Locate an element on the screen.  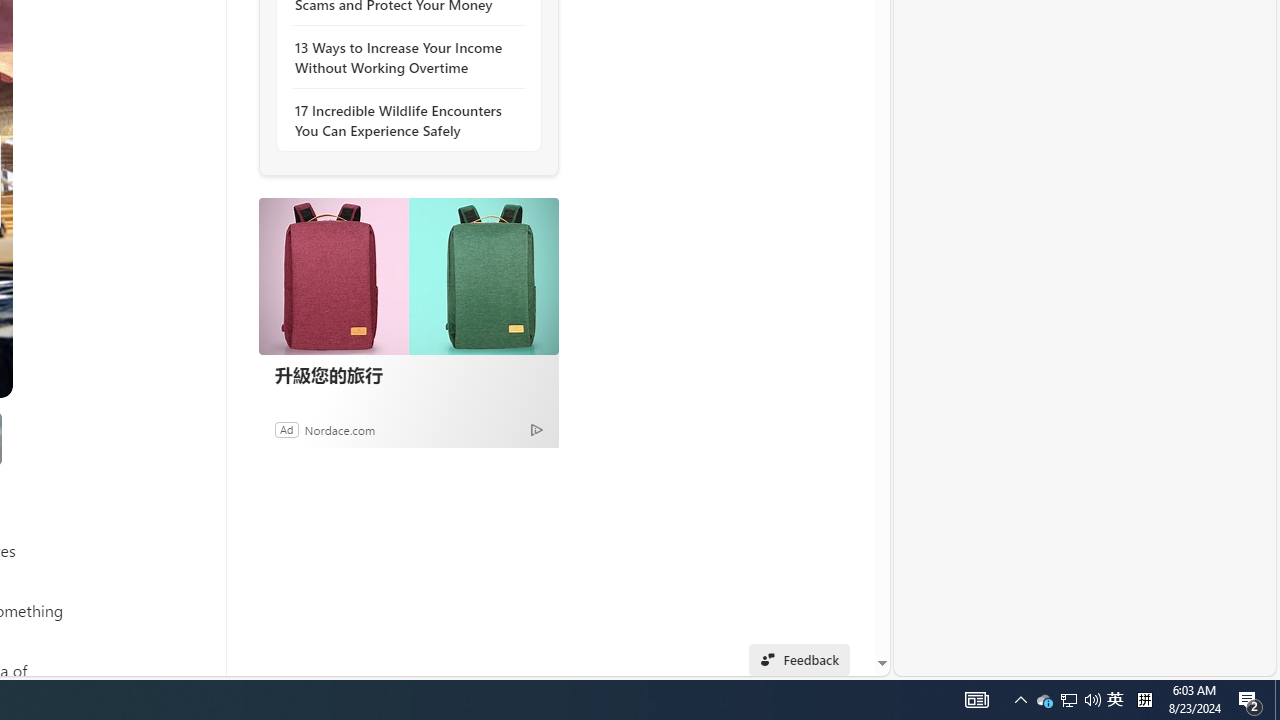
'Nordace.com' is located at coordinates (339, 428).